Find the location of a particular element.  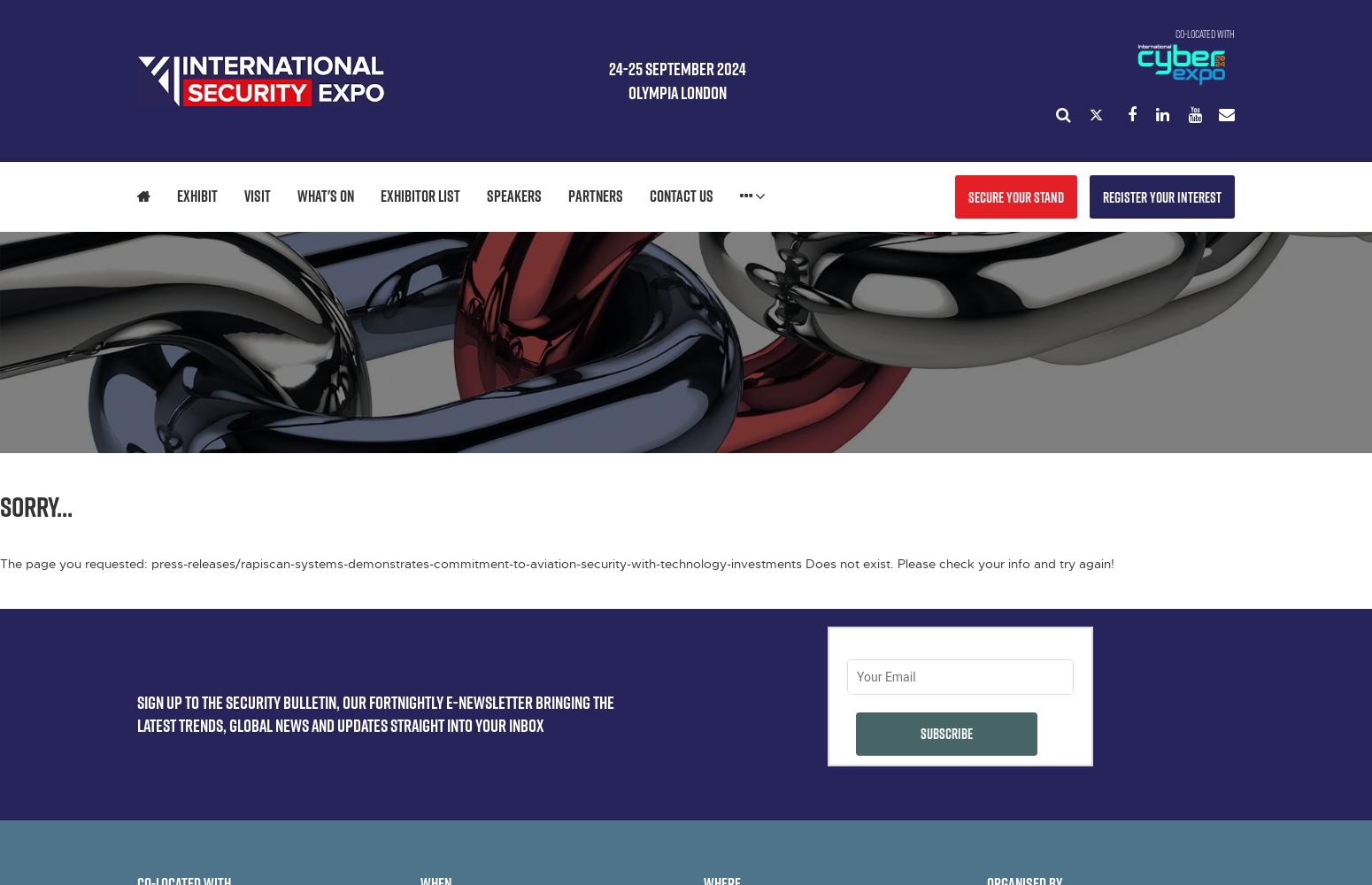

'WHY VISIT' is located at coordinates (298, 245).